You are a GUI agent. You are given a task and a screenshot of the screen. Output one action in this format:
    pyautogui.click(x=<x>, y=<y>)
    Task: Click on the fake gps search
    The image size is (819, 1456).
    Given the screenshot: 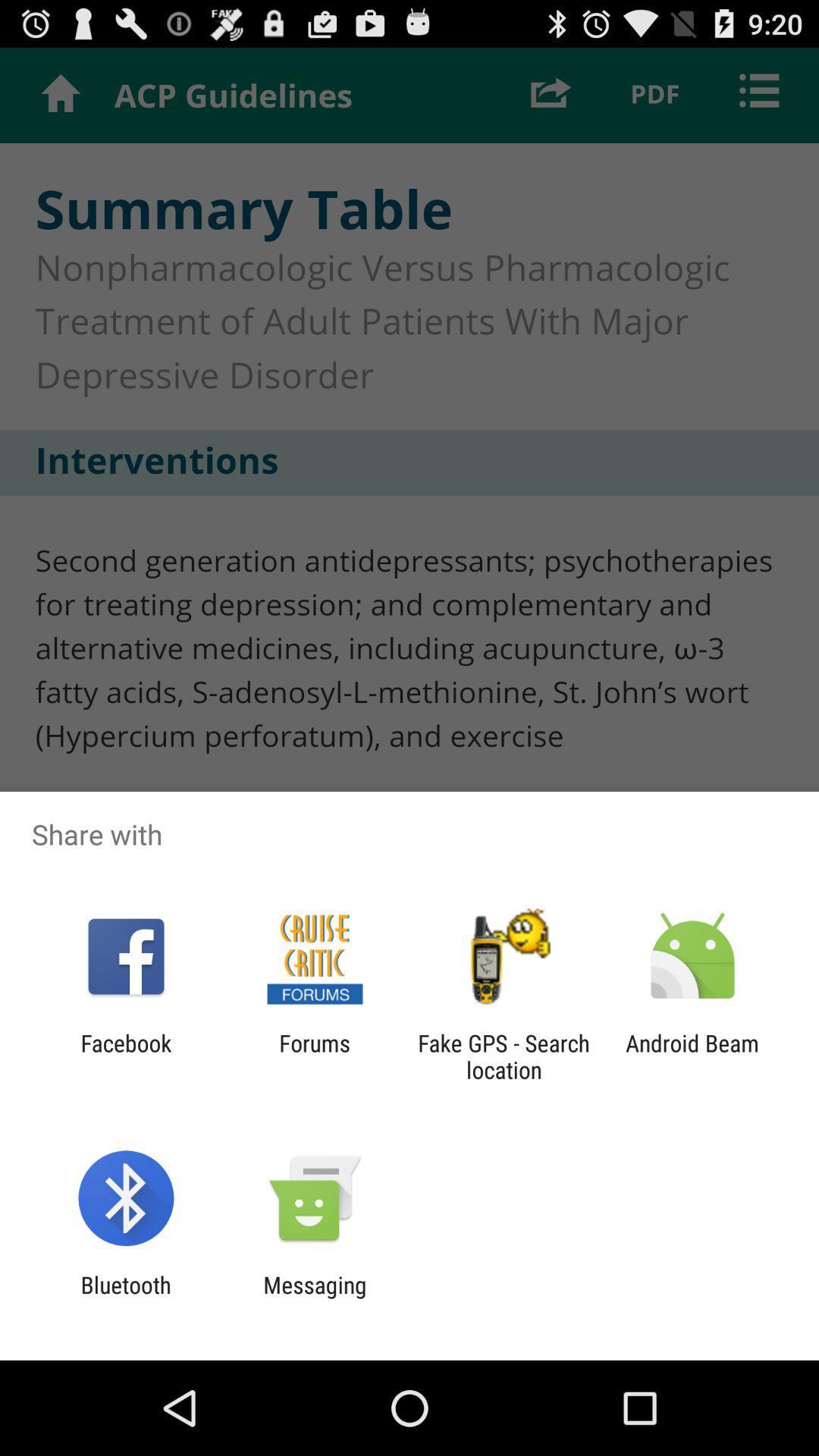 What is the action you would take?
    pyautogui.click(x=504, y=1056)
    